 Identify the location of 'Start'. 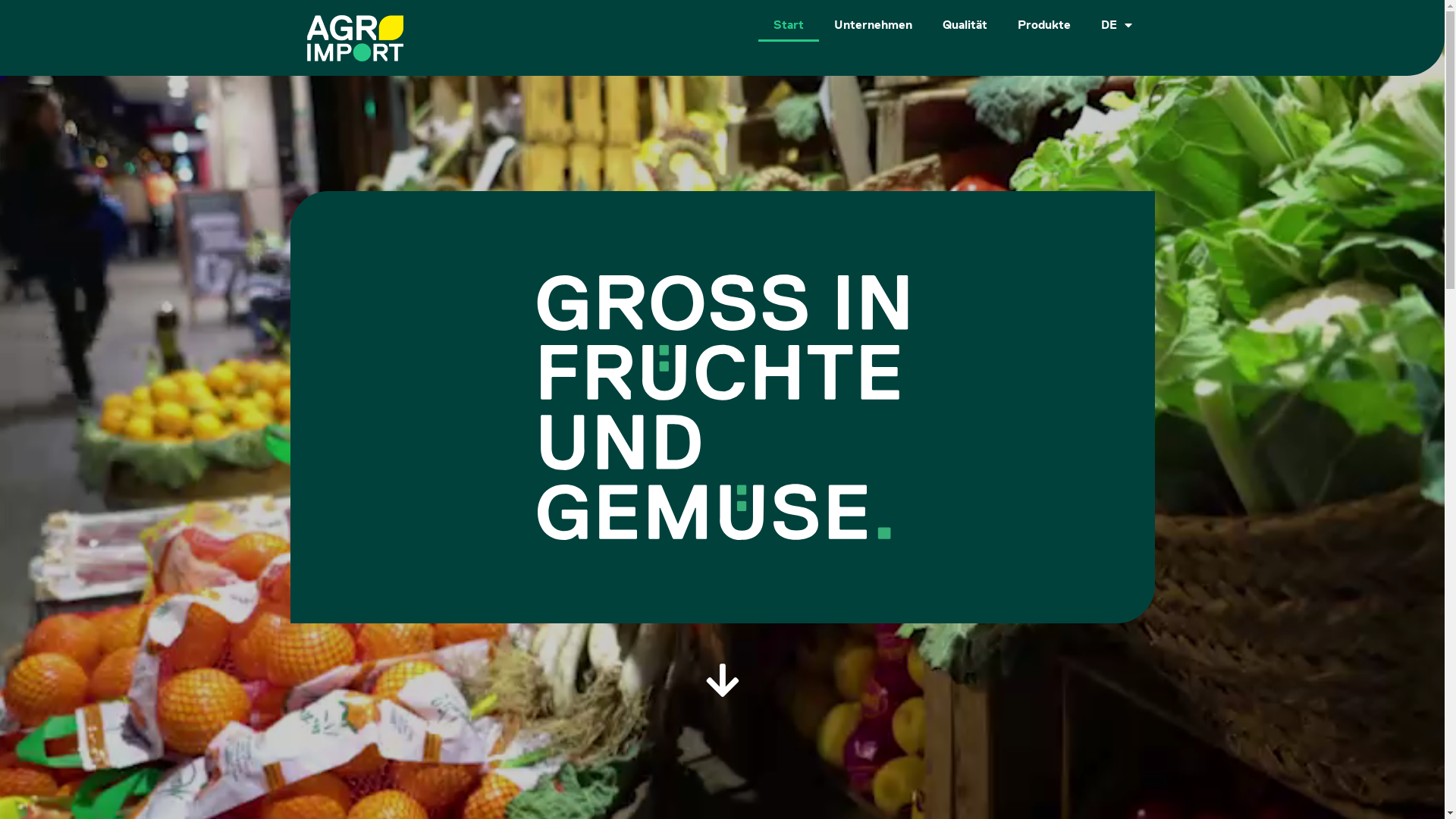
(789, 24).